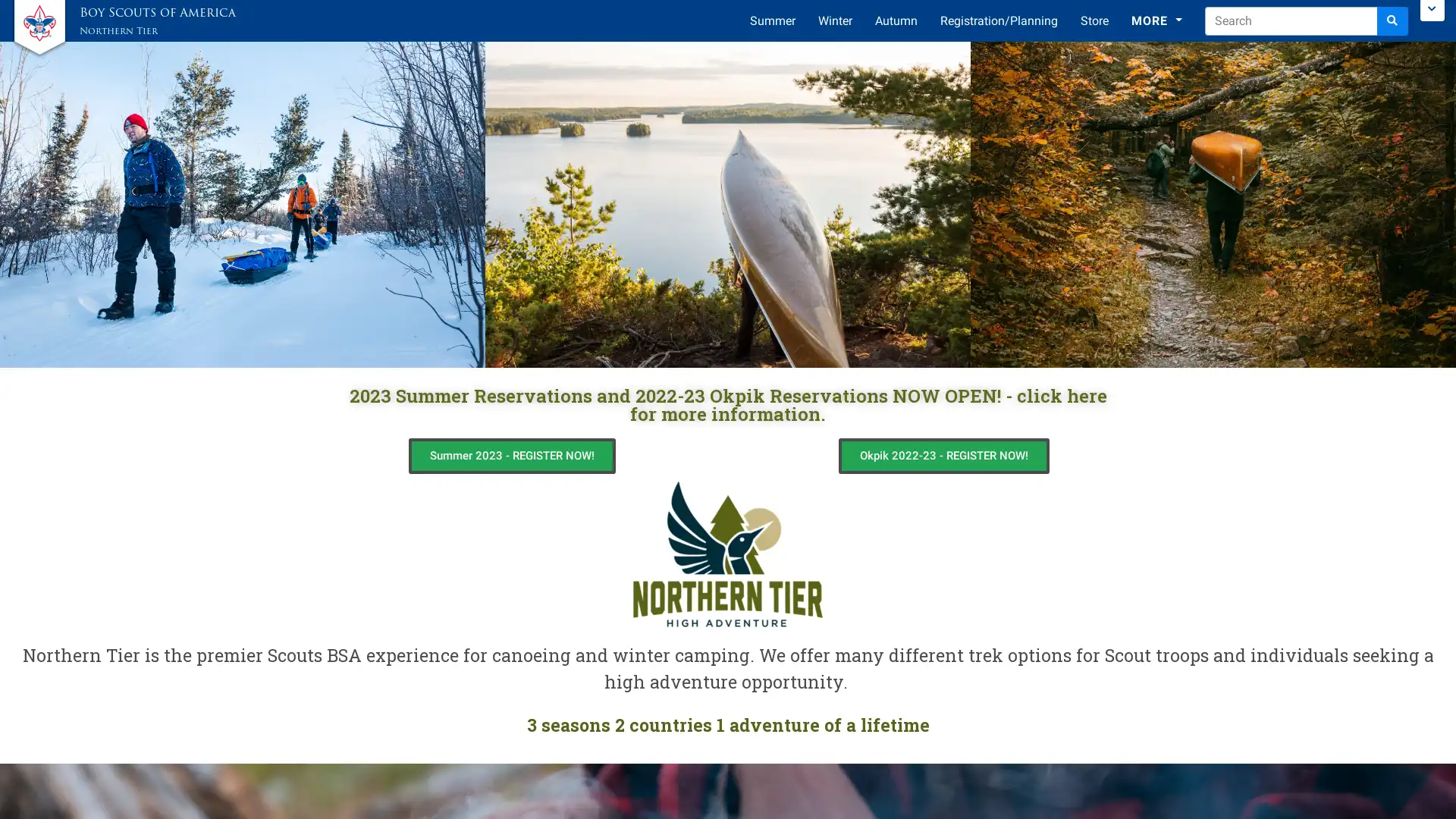  I want to click on Okpik 2022-23 - REGISTER NOW!, so click(943, 455).